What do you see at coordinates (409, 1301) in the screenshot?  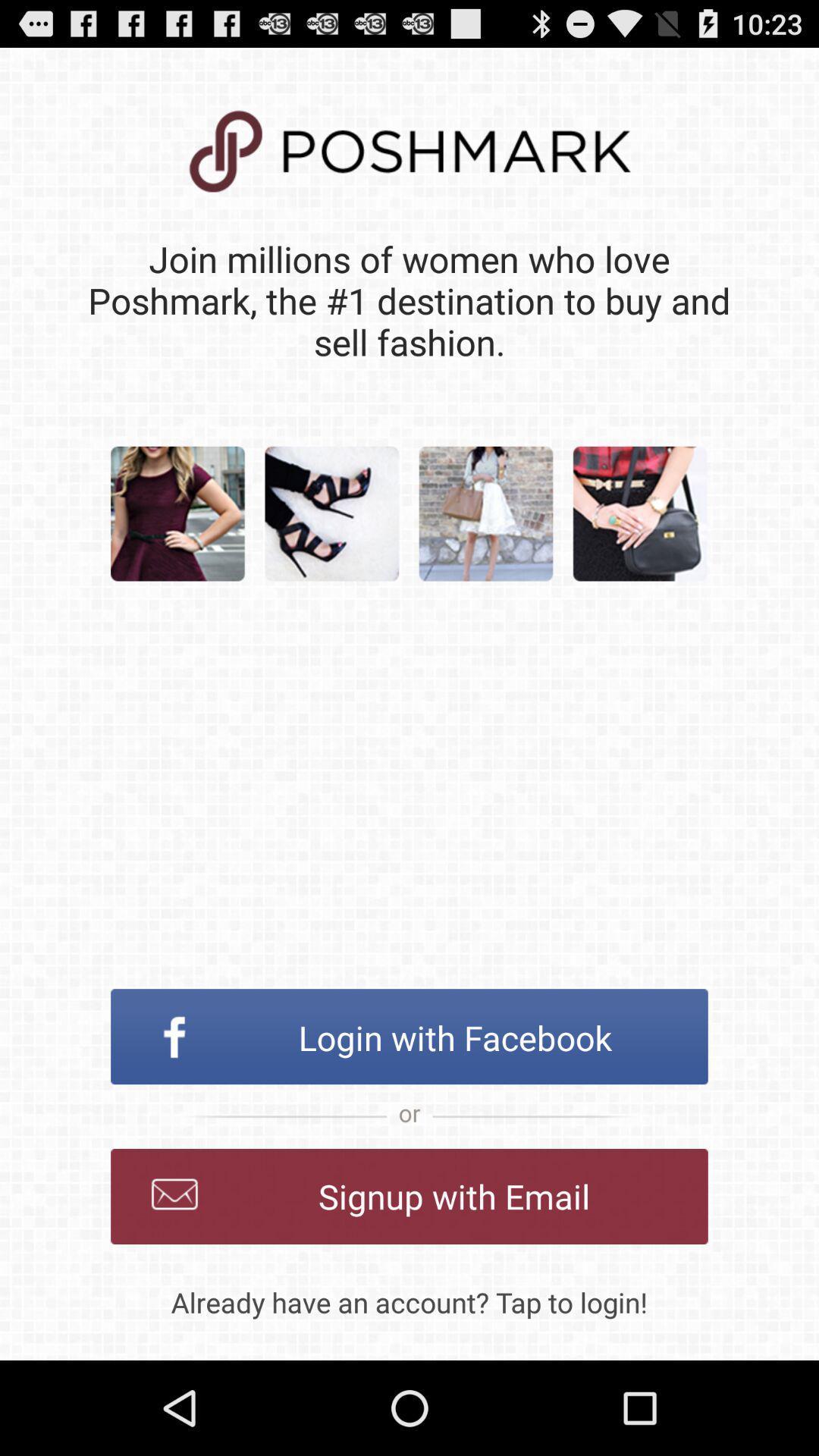 I see `the already have an item` at bounding box center [409, 1301].